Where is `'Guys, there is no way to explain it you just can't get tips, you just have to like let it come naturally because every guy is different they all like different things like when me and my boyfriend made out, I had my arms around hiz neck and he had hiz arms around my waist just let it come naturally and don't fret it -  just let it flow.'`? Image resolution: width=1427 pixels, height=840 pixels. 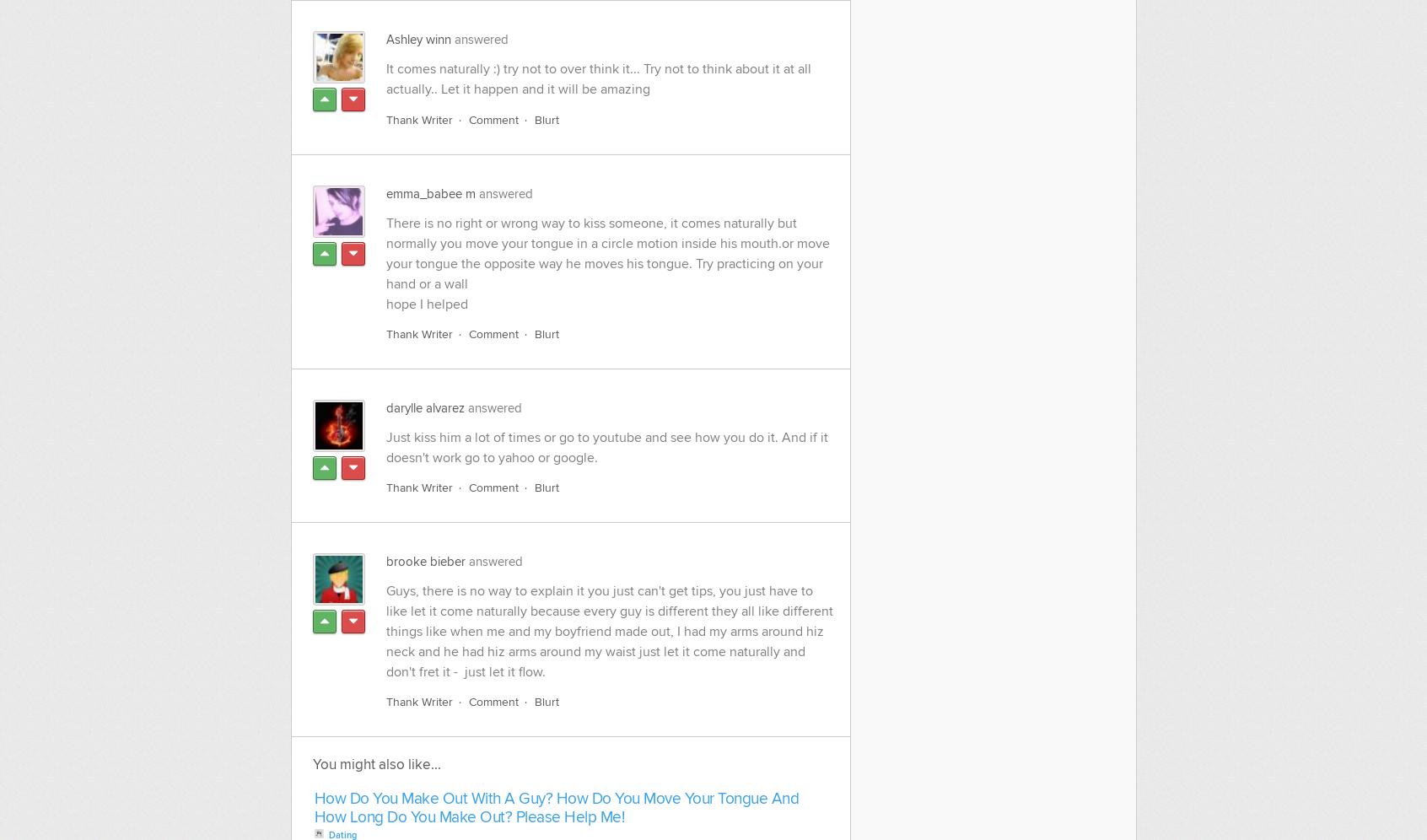 'Guys, there is no way to explain it you just can't get tips, you just have to like let it come naturally because every guy is different they all like different things like when me and my boyfriend made out, I had my arms around hiz neck and he had hiz arms around my waist just let it come naturally and don't fret it -  just let it flow.' is located at coordinates (607, 630).